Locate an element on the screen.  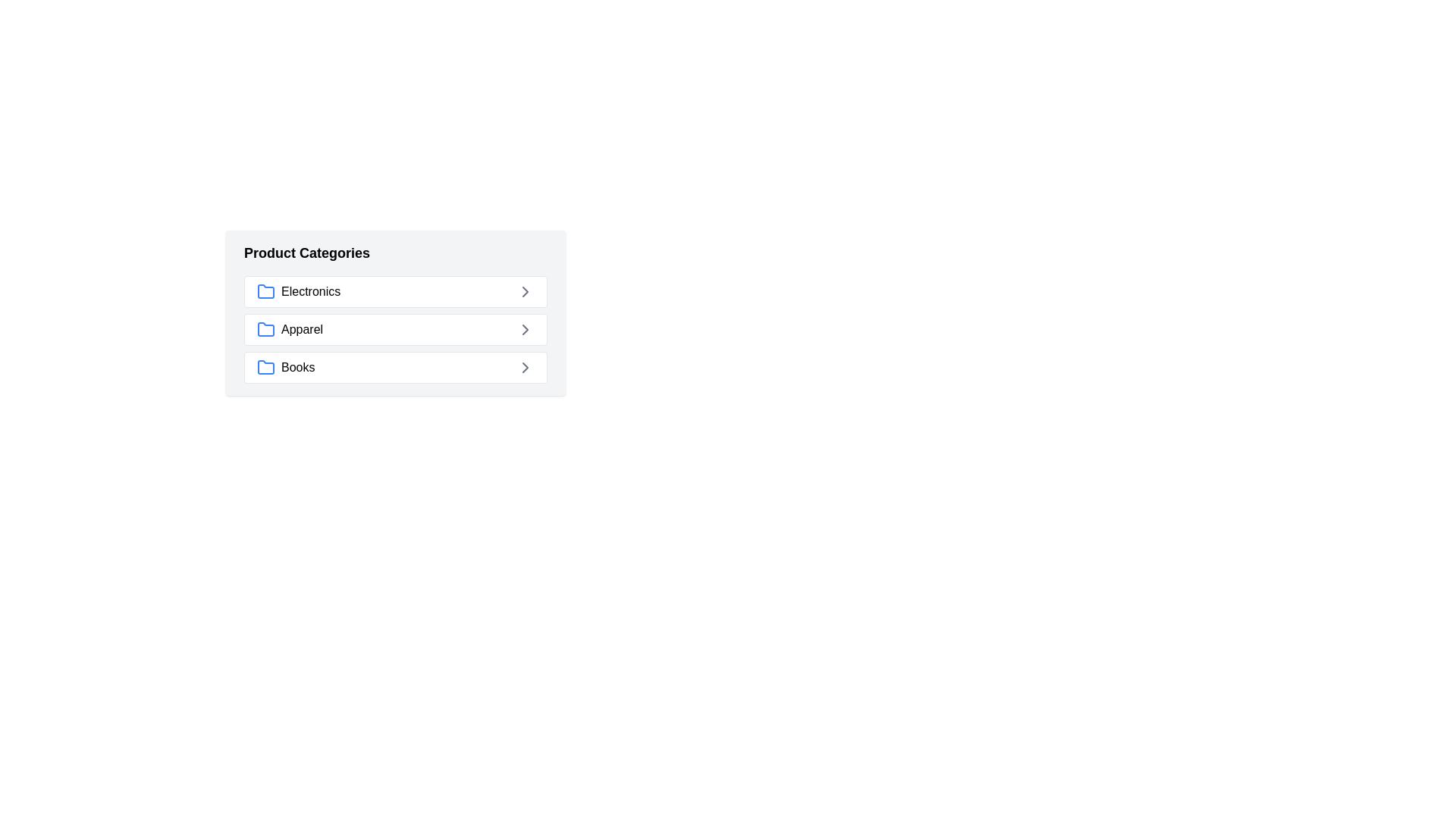
the folder icon that represents the 'Apparel' category in the Product Categories list is located at coordinates (265, 328).